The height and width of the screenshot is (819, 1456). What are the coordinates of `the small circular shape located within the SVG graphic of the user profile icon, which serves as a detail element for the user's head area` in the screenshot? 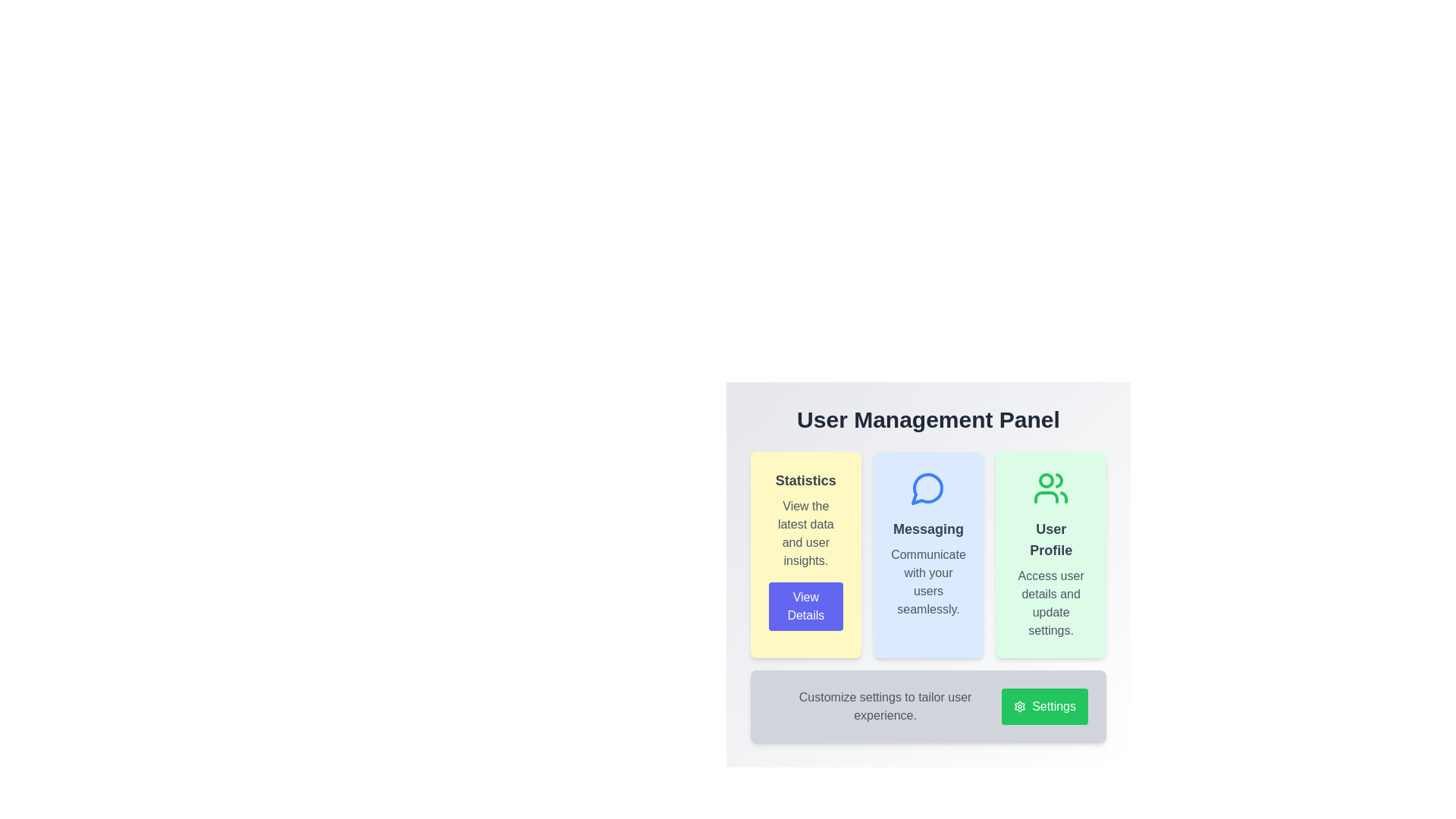 It's located at (1046, 480).